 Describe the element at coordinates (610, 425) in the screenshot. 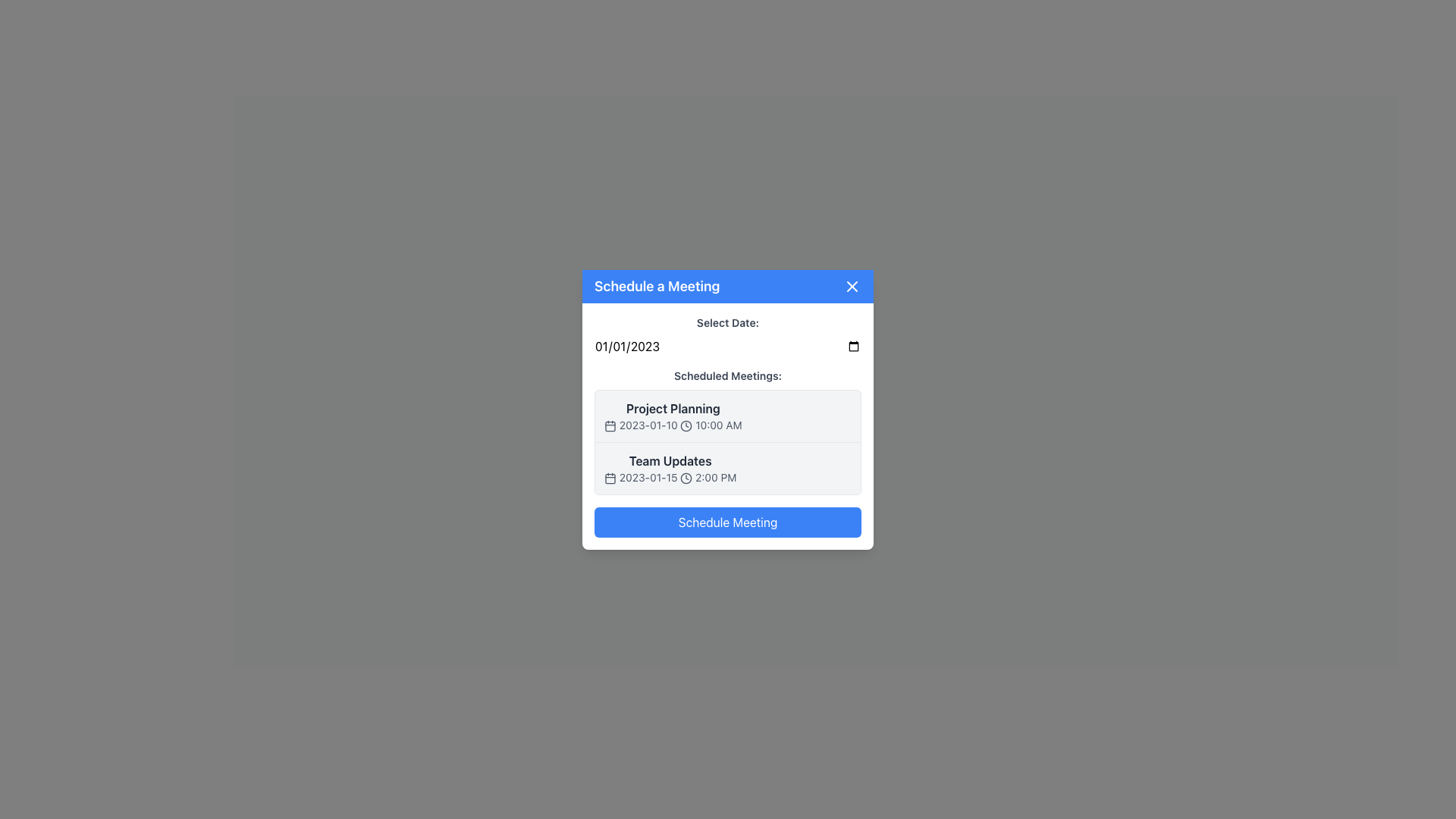

I see `the calendar icon located to the immediate left of the text '2023-01-10 10:00 AM' in the 'Project Planning' scheduled meeting entry` at that location.